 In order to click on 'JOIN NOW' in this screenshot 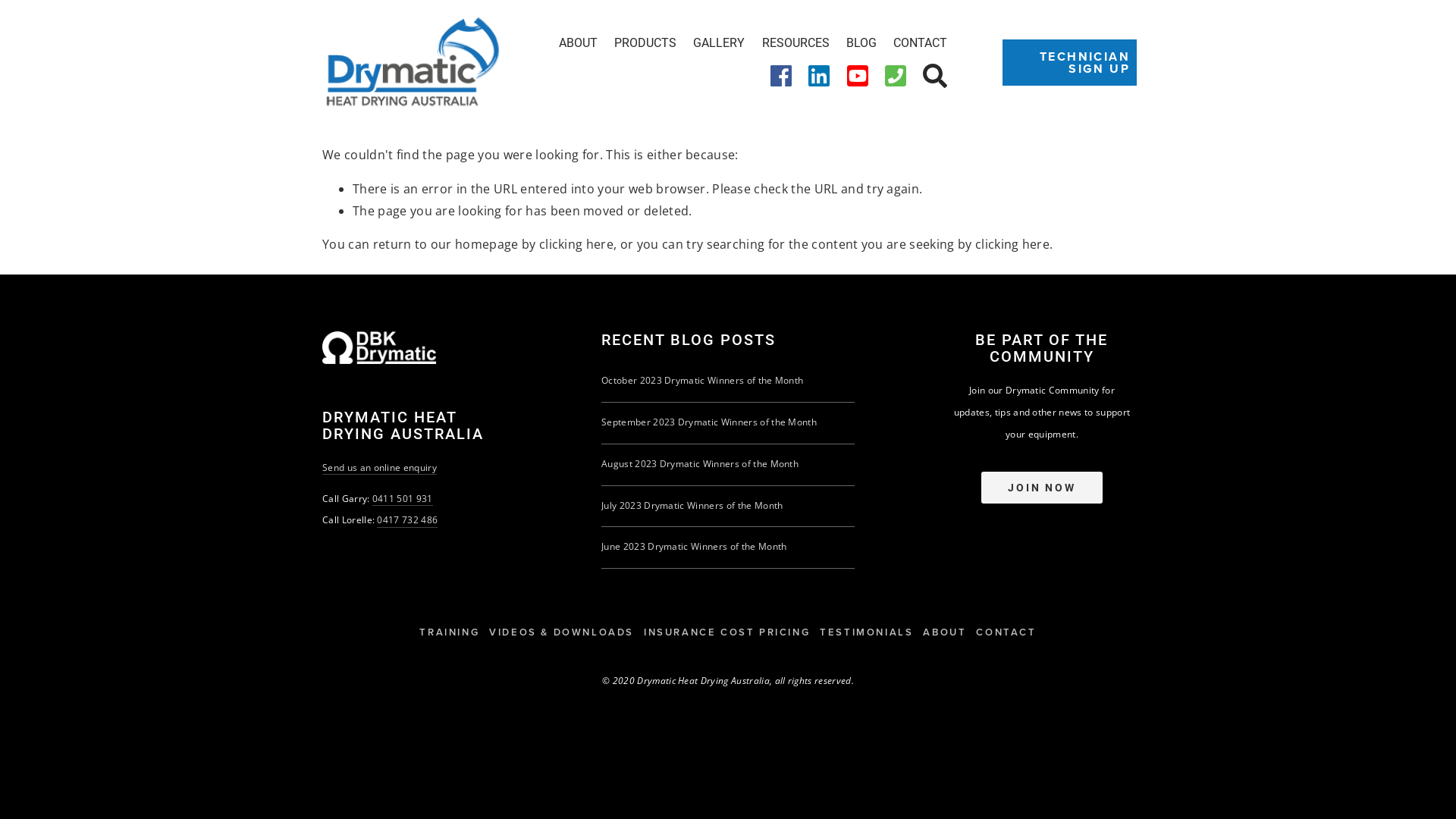, I will do `click(981, 488)`.